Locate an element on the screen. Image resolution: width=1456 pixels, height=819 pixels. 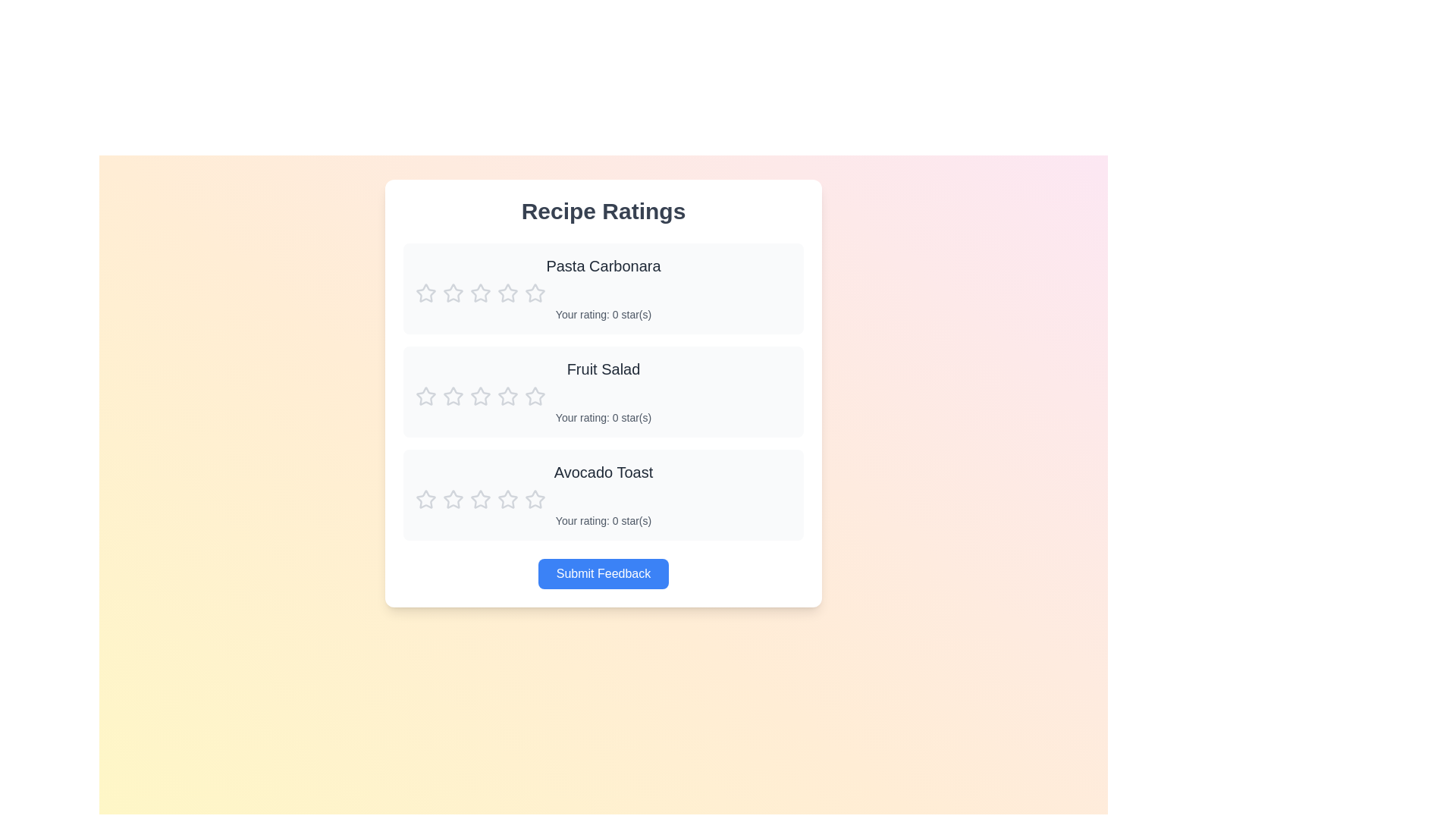
the first star-shaped graphic icon used for ratings associated with 'Avocado Toast' is located at coordinates (453, 499).